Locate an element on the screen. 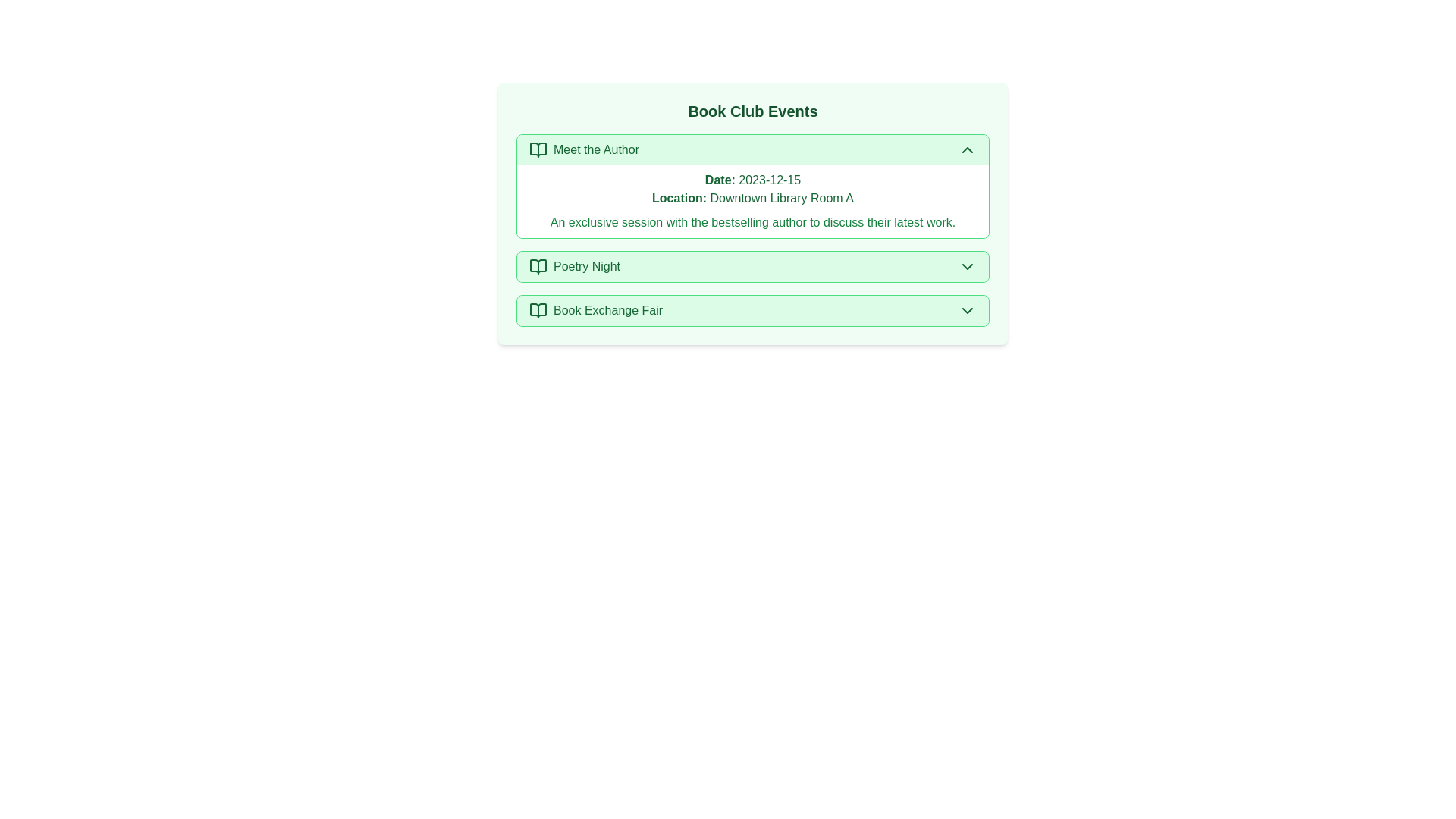  the small book icon with green outlines located next to the text 'Poetry Night' in the 'Book Club Events' section is located at coordinates (538, 265).